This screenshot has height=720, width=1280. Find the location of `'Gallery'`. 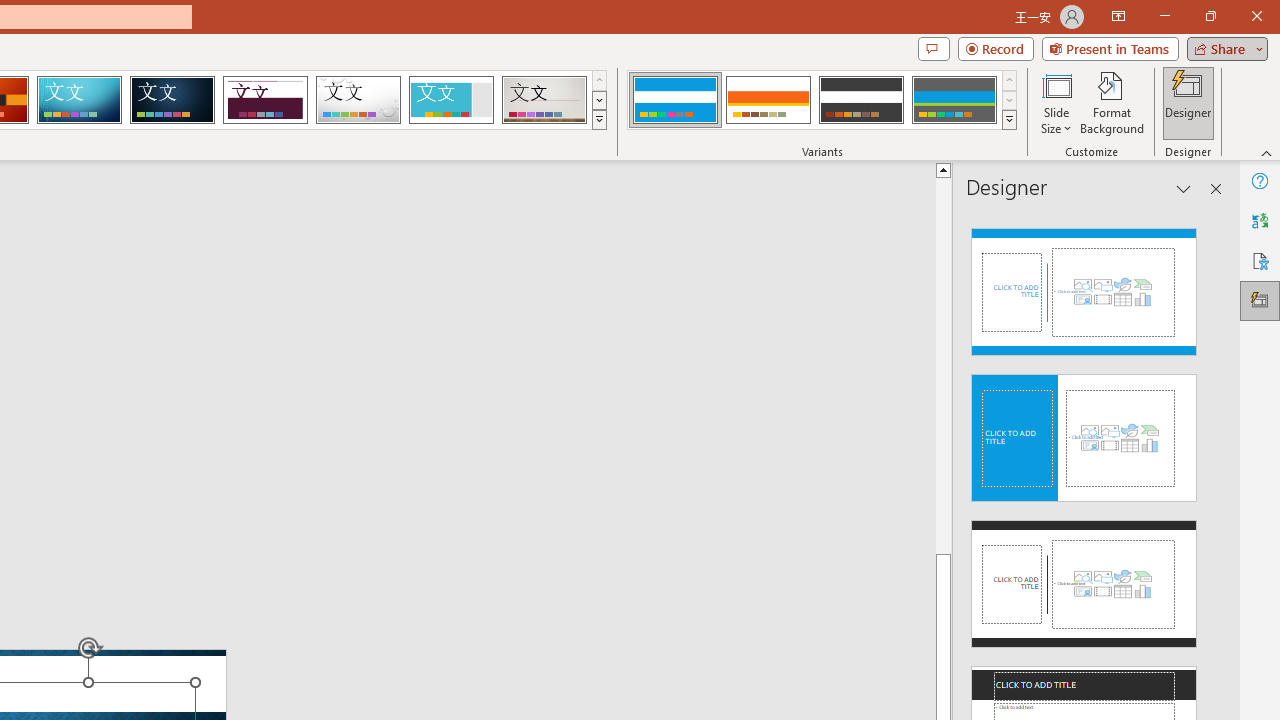

'Gallery' is located at coordinates (544, 100).